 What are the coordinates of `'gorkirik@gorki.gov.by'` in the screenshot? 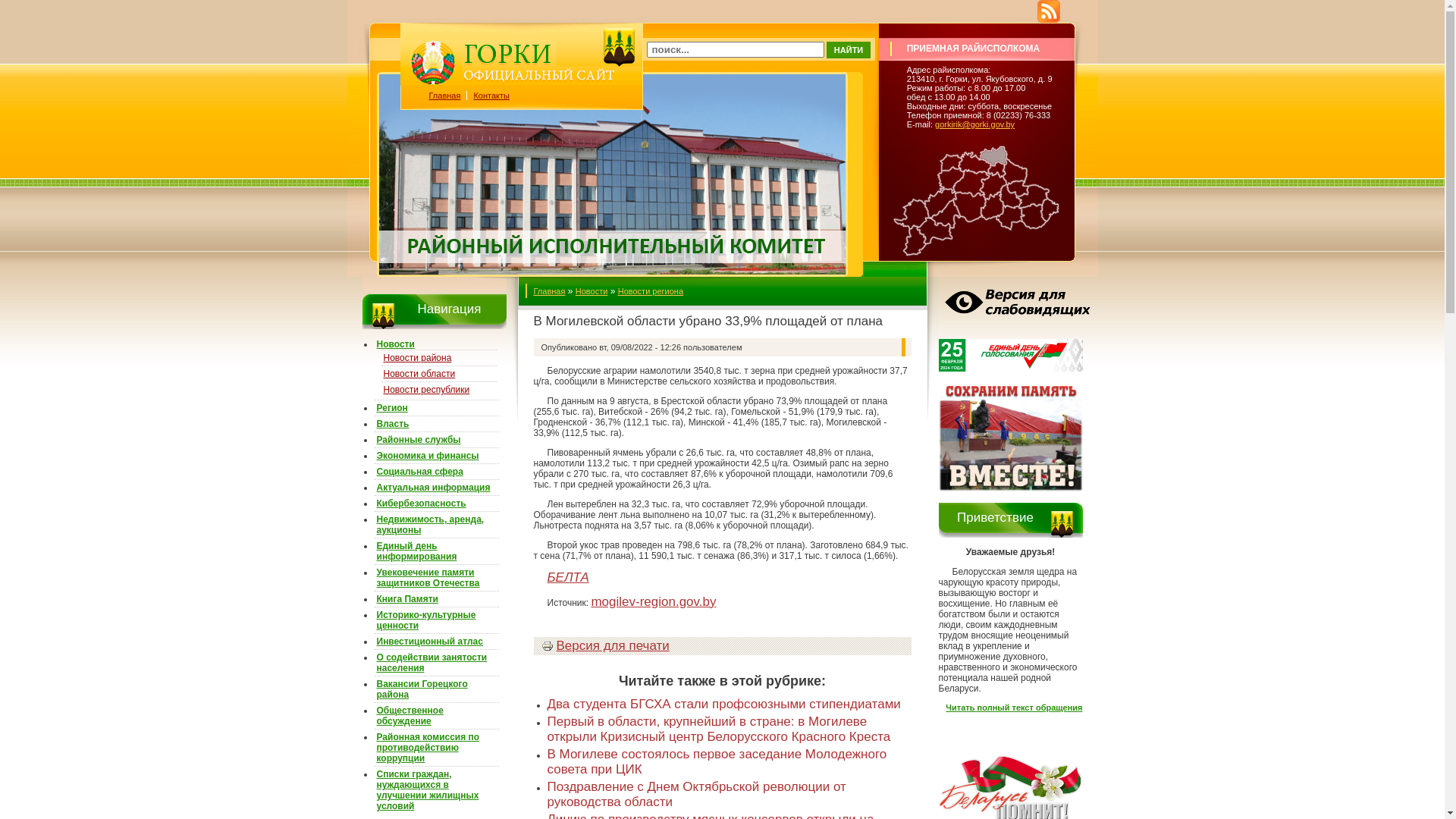 It's located at (974, 124).